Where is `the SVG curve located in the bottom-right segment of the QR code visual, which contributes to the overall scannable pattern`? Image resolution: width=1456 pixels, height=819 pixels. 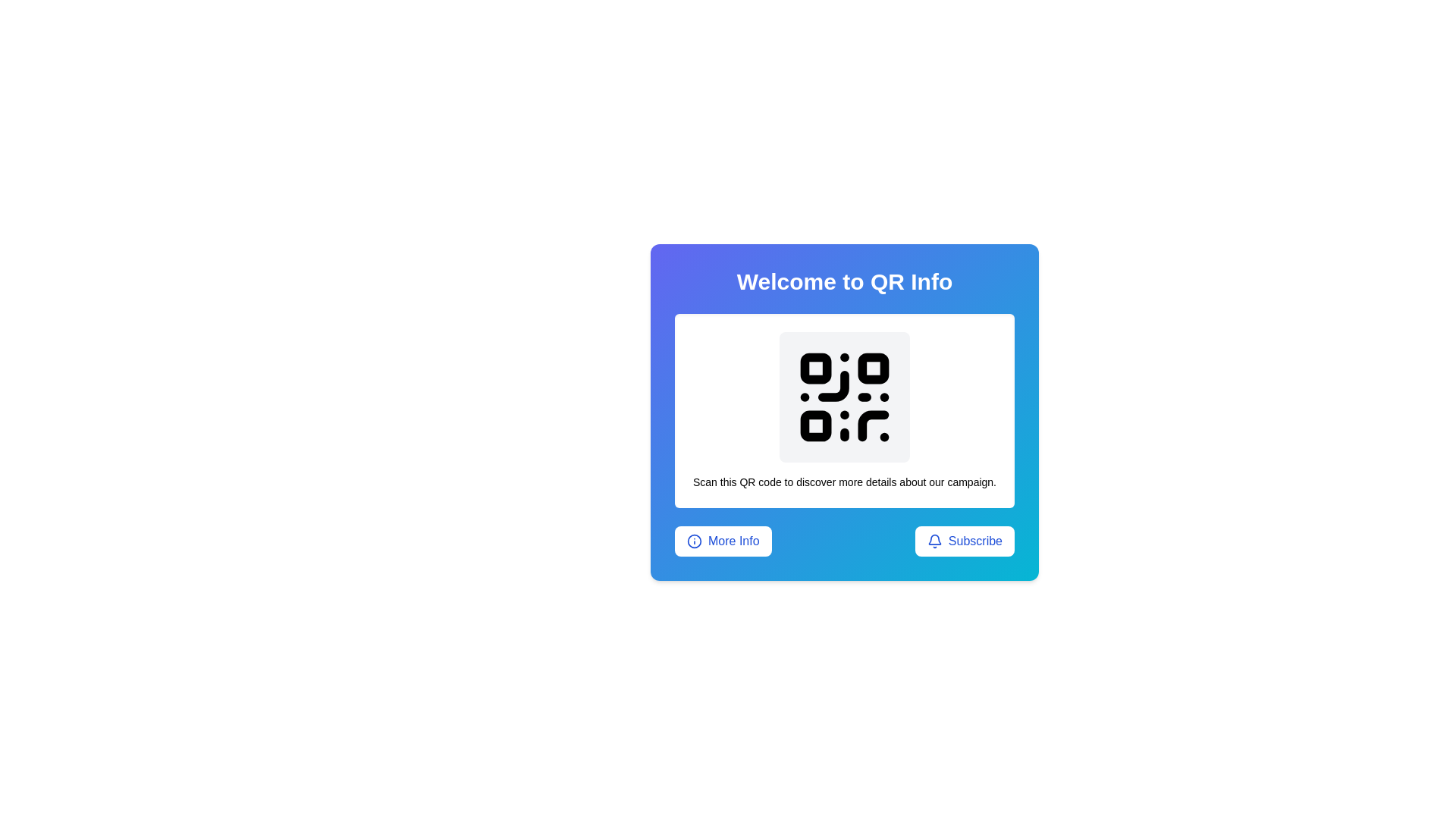 the SVG curve located in the bottom-right segment of the QR code visual, which contributes to the overall scannable pattern is located at coordinates (874, 425).